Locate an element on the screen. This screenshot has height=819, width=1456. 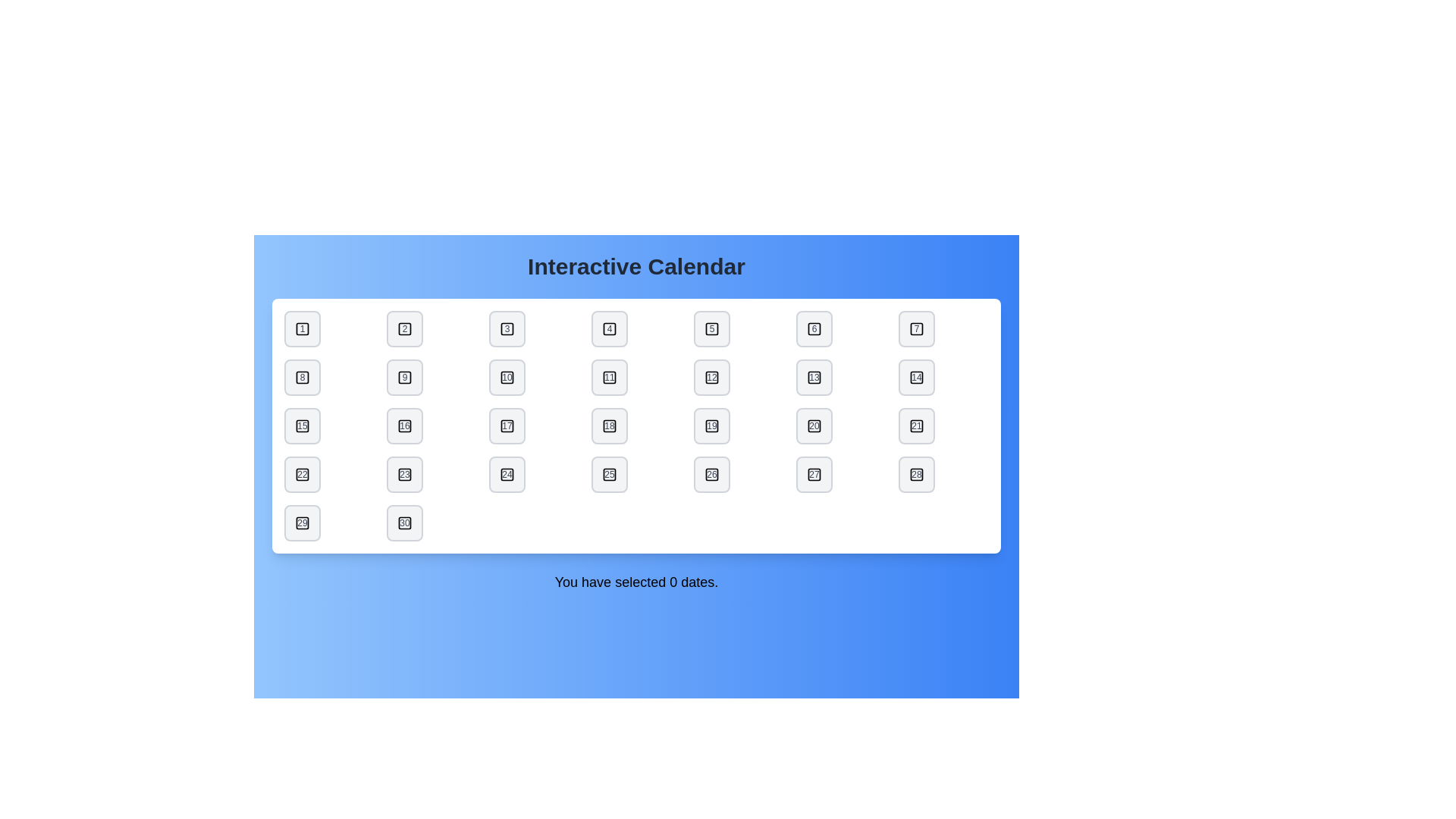
the date button labeled 14 to toggle its selection state is located at coordinates (916, 376).